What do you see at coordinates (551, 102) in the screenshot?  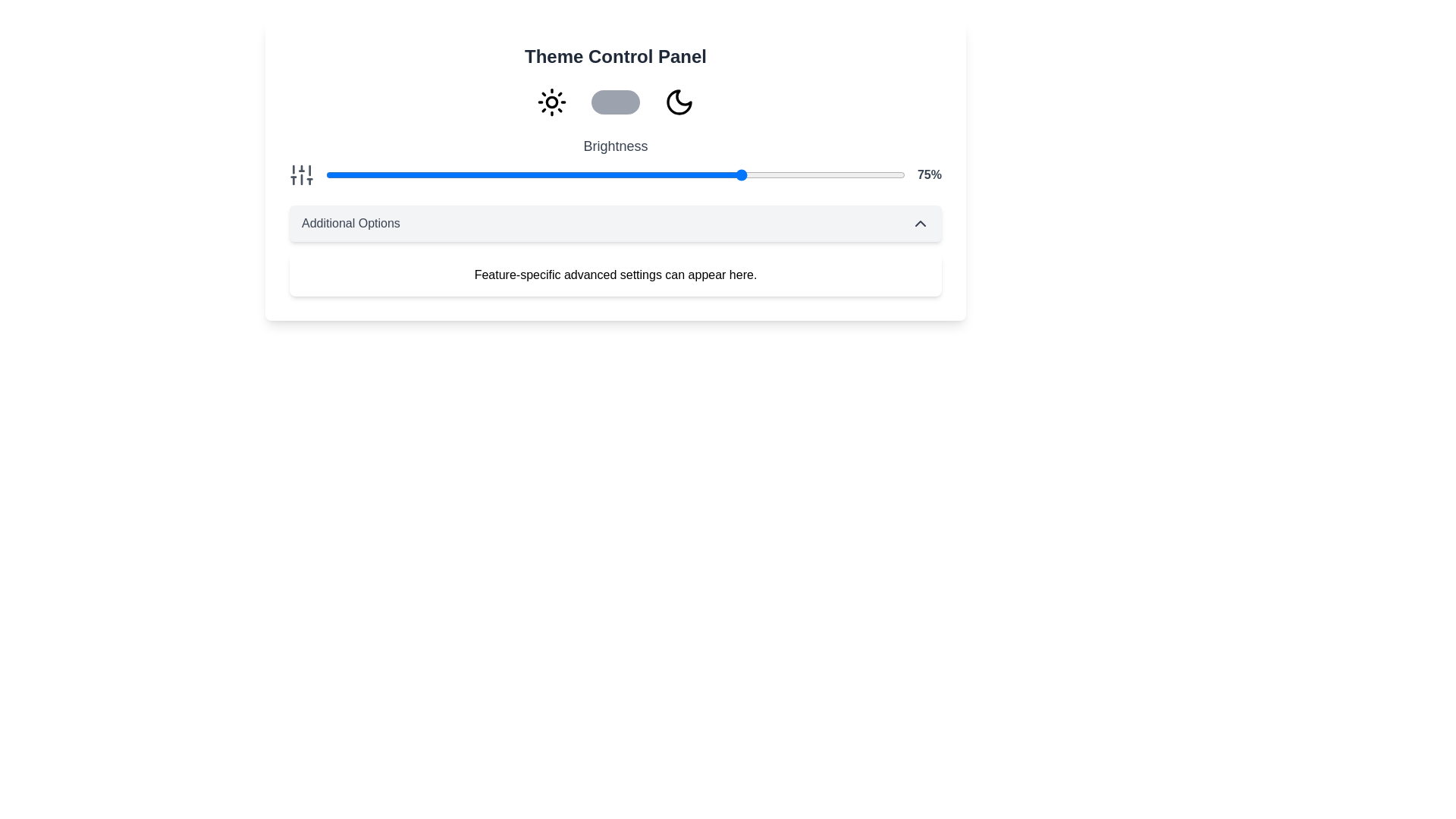 I see `the small decorative circular shape located at the center of the sun icon graphic, which is part of a bright yellow-themed sun icon at the upper section of the panel` at bounding box center [551, 102].